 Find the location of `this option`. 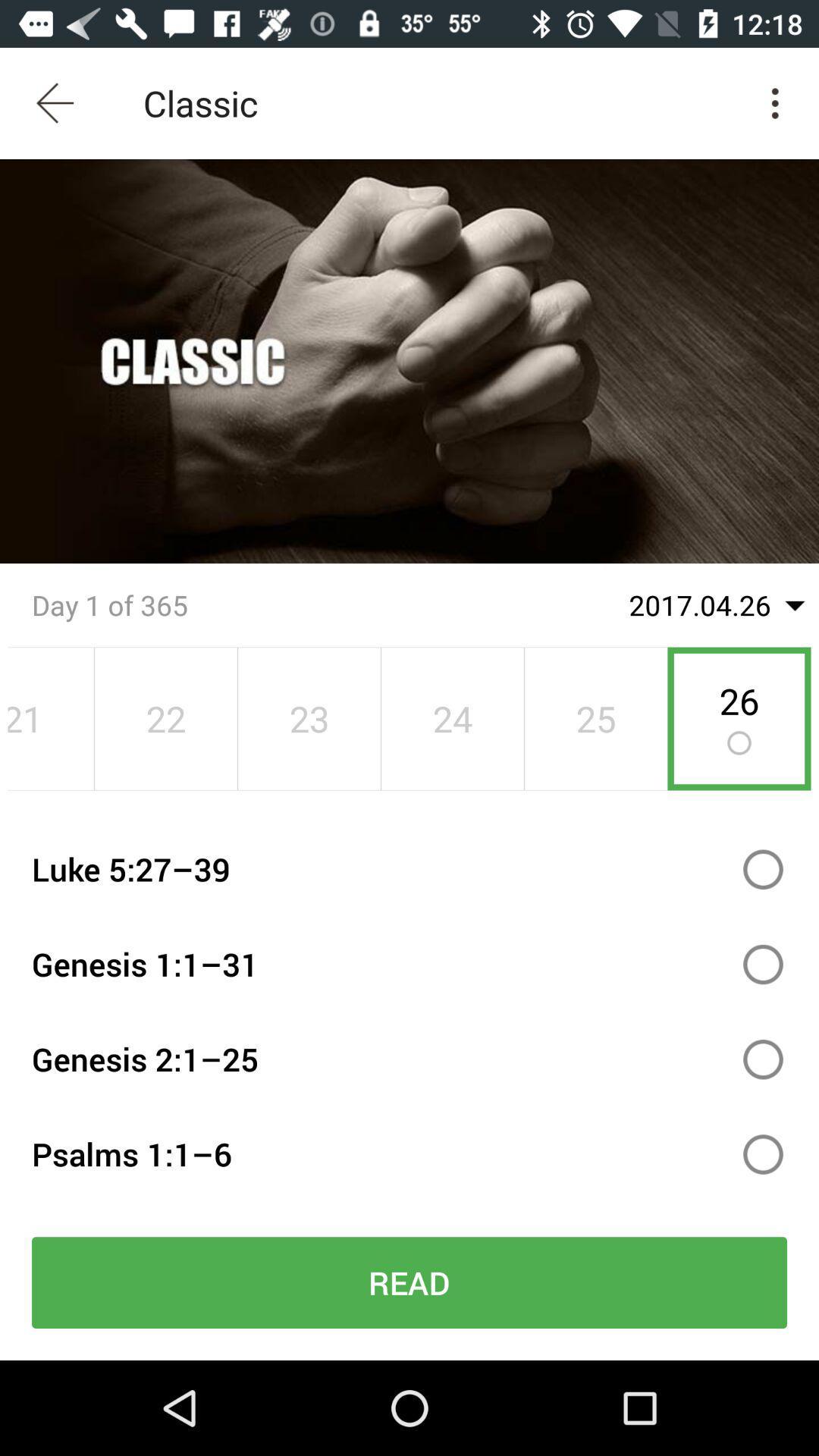

this option is located at coordinates (763, 869).